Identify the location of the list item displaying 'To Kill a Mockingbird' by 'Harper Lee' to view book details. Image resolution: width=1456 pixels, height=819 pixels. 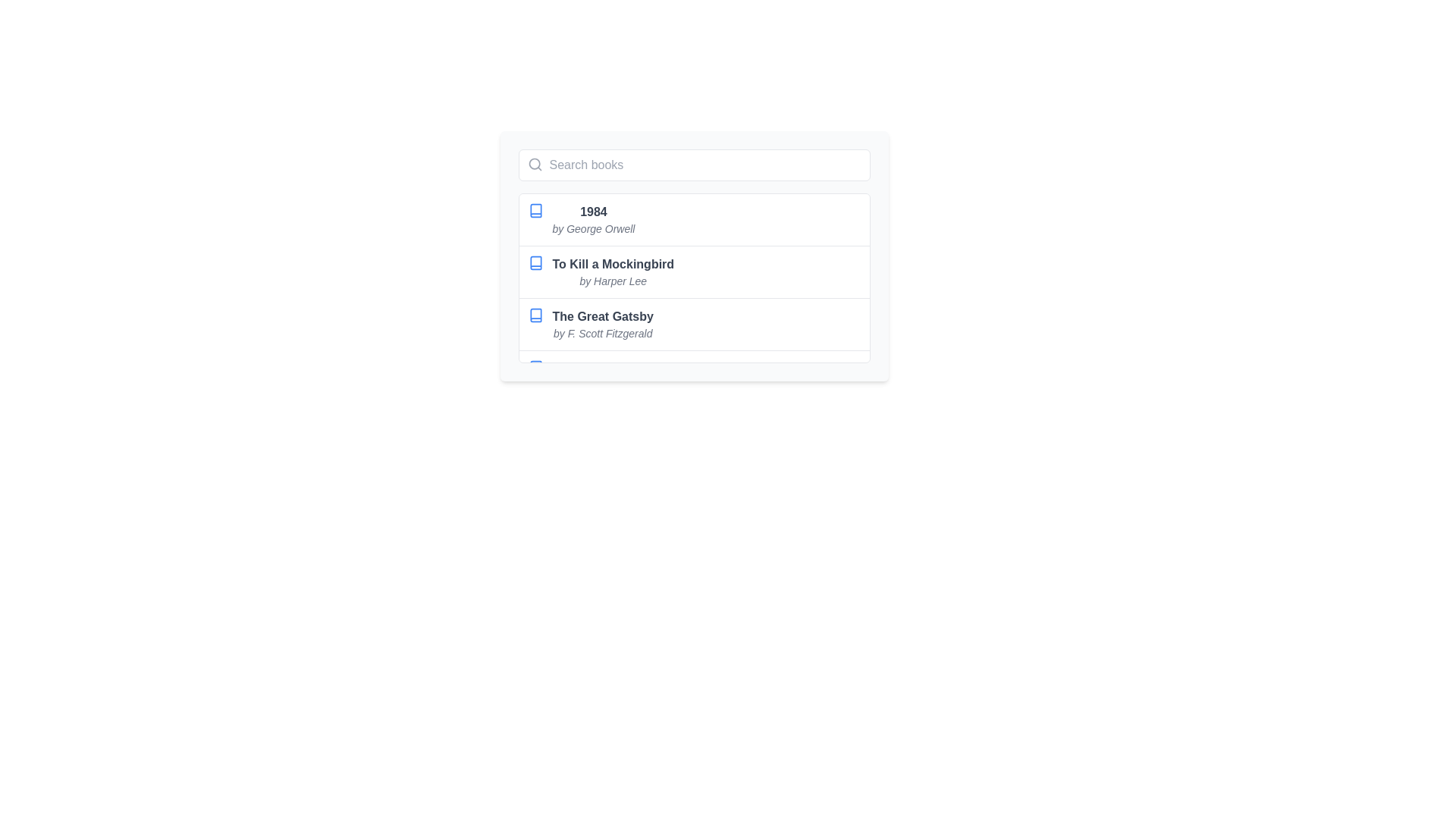
(613, 271).